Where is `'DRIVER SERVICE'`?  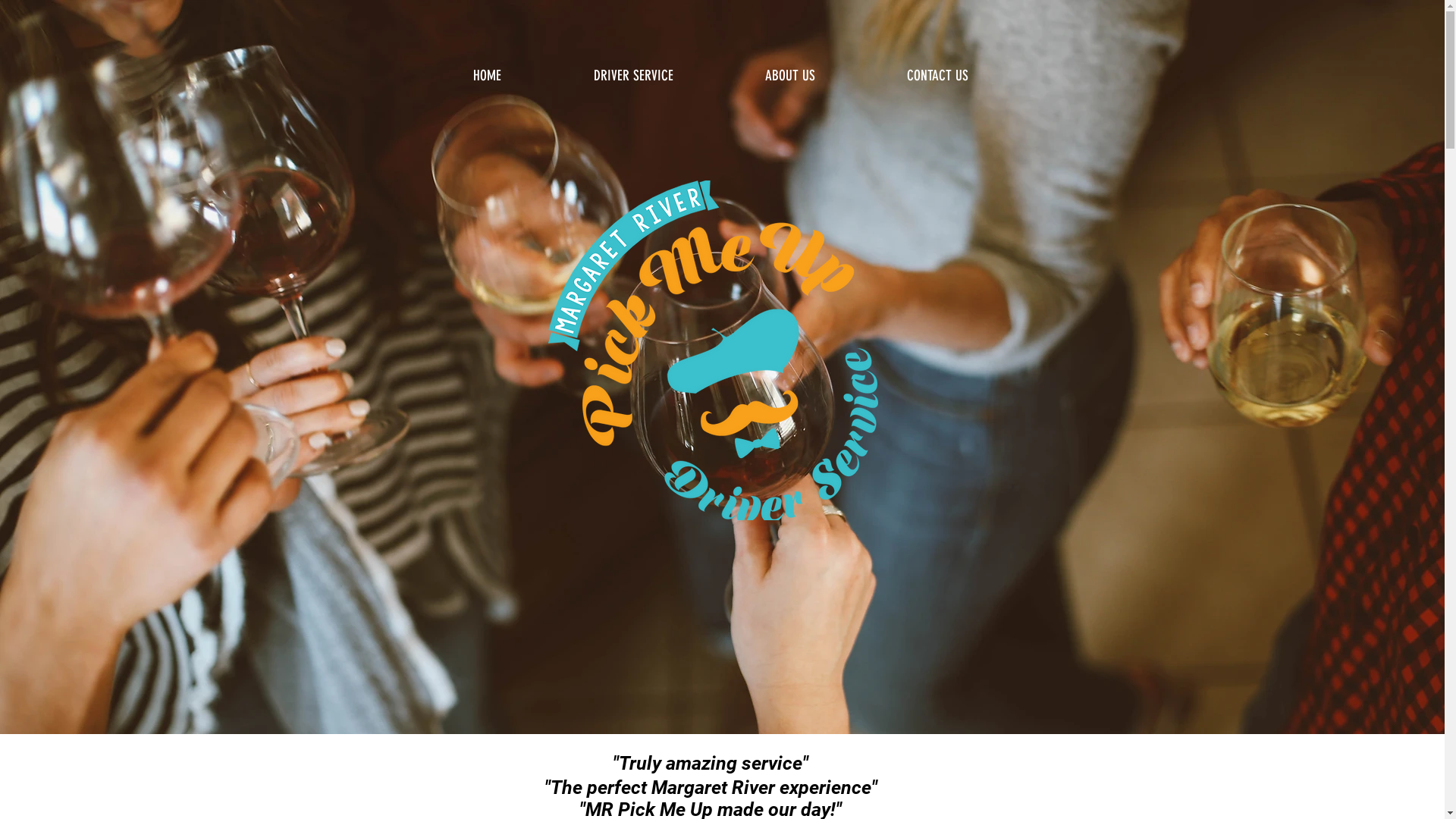
'DRIVER SERVICE' is located at coordinates (633, 75).